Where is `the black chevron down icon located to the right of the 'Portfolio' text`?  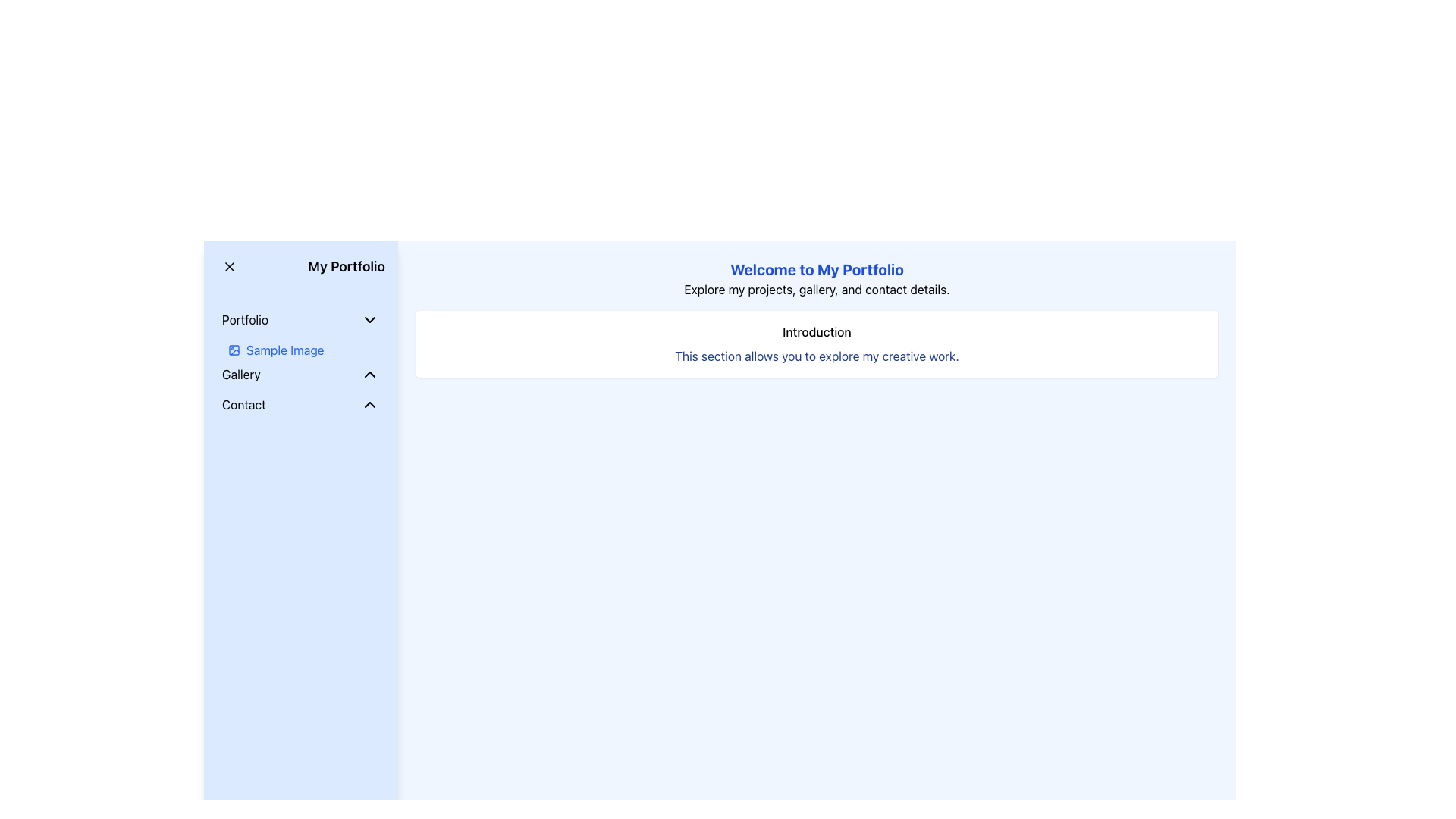
the black chevron down icon located to the right of the 'Portfolio' text is located at coordinates (370, 318).